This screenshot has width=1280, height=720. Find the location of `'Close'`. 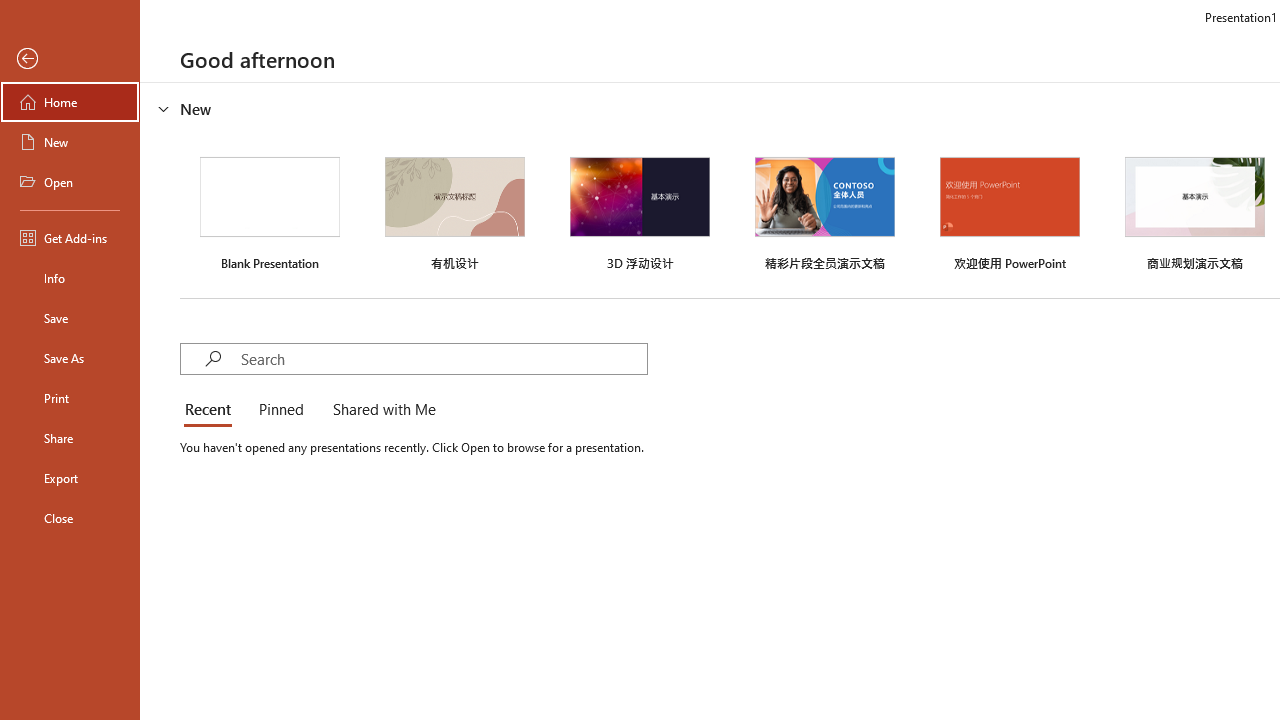

'Close' is located at coordinates (69, 517).